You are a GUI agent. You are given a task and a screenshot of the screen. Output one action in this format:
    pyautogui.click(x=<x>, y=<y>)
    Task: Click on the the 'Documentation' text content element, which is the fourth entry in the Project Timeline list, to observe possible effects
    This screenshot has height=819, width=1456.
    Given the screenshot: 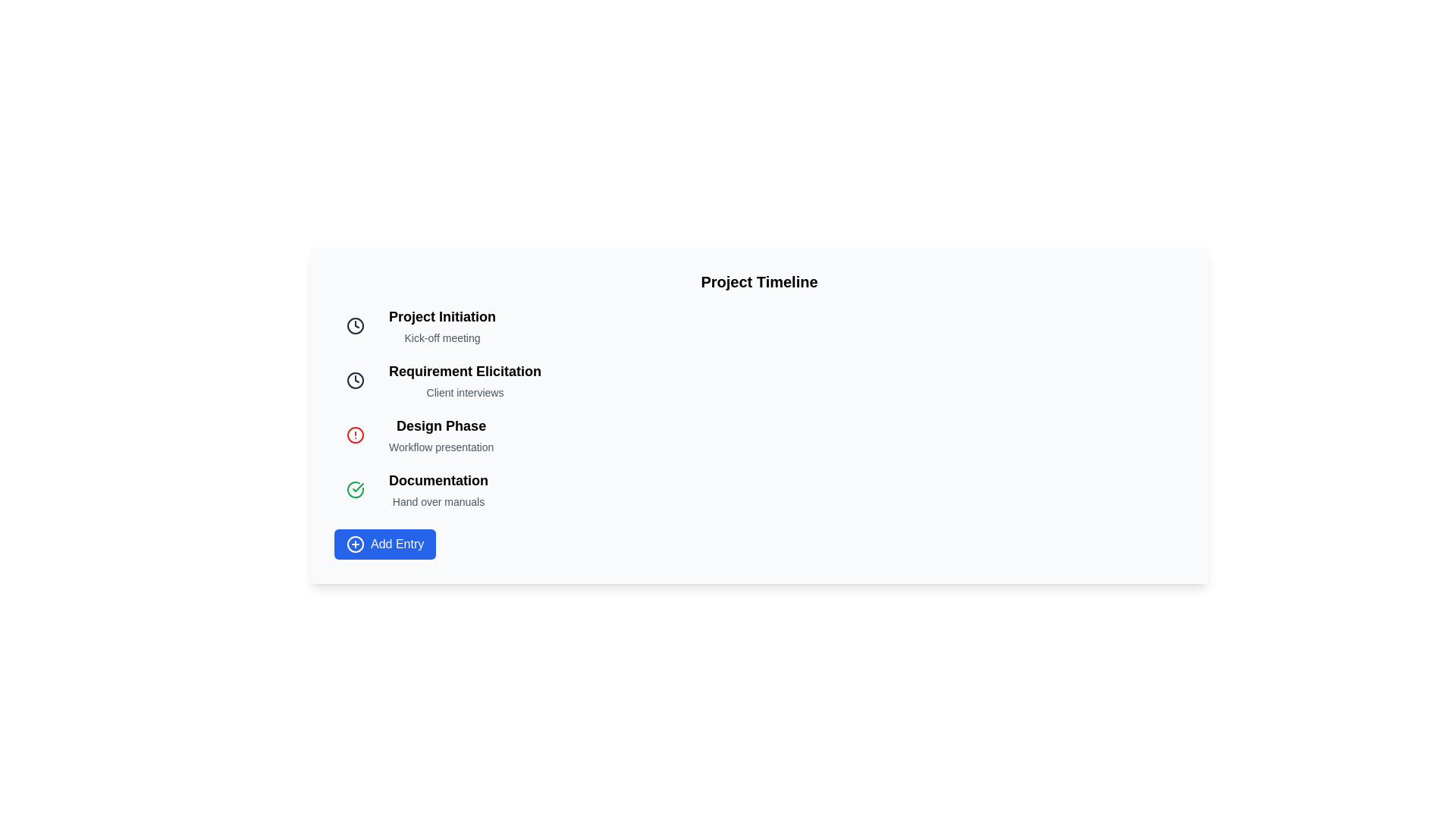 What is the action you would take?
    pyautogui.click(x=438, y=489)
    